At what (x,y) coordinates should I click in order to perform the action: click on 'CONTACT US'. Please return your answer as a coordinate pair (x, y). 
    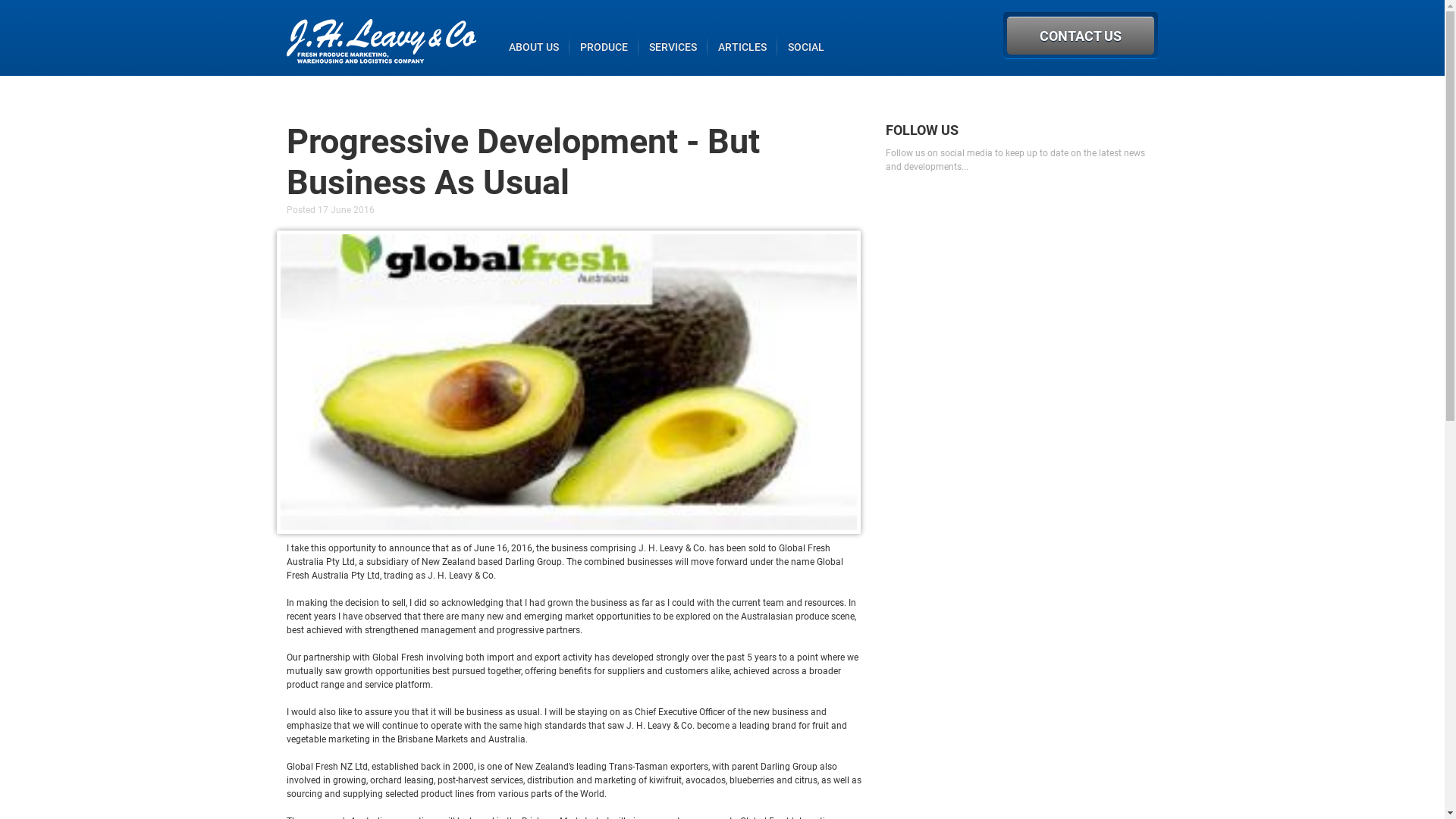
    Looking at the image, I should click on (1080, 34).